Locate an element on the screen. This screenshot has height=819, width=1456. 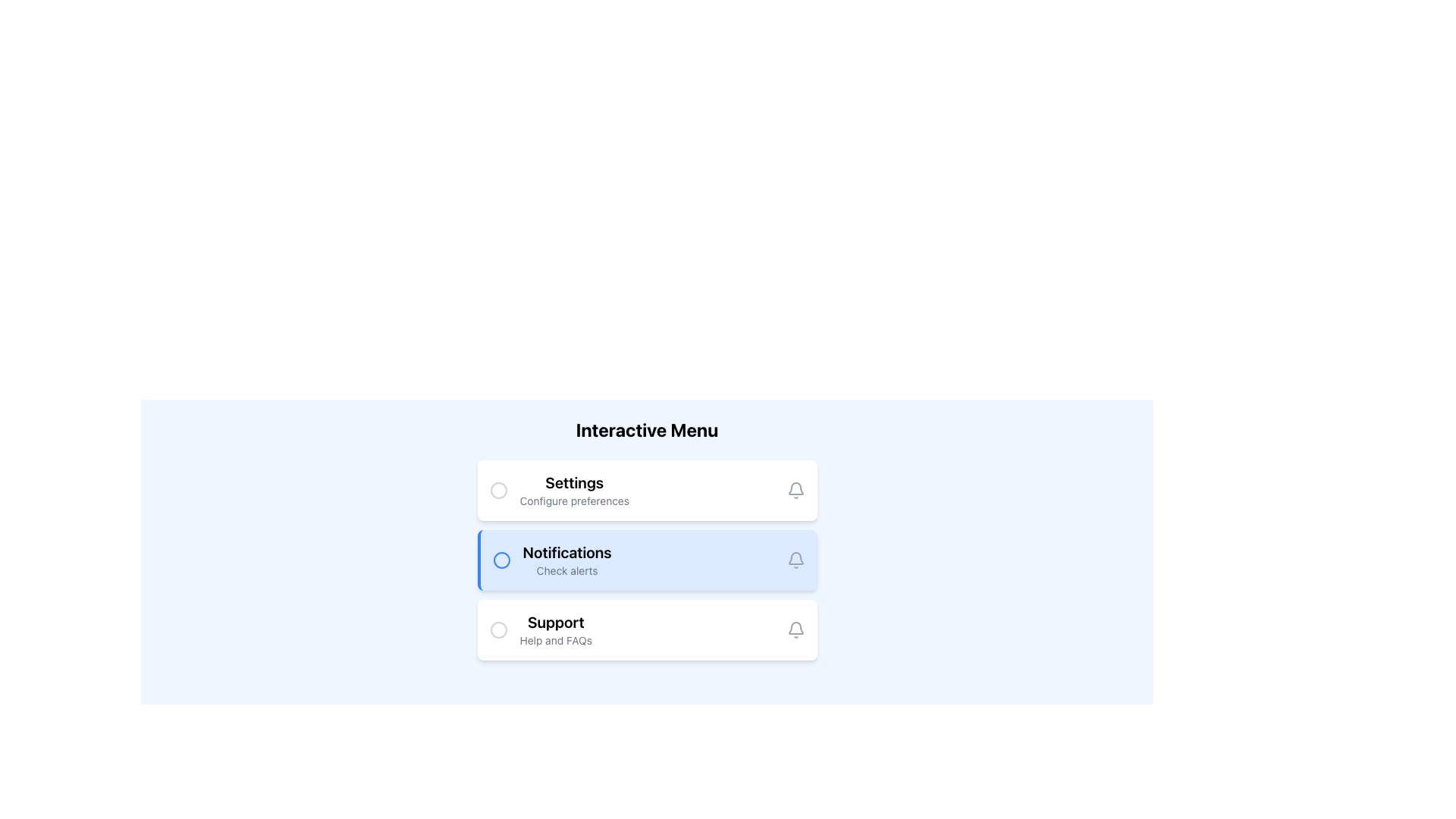
the circular SVG icon with a blue outline located to the left of the 'Notifications' menu item, above 'Check alerts' is located at coordinates (501, 560).